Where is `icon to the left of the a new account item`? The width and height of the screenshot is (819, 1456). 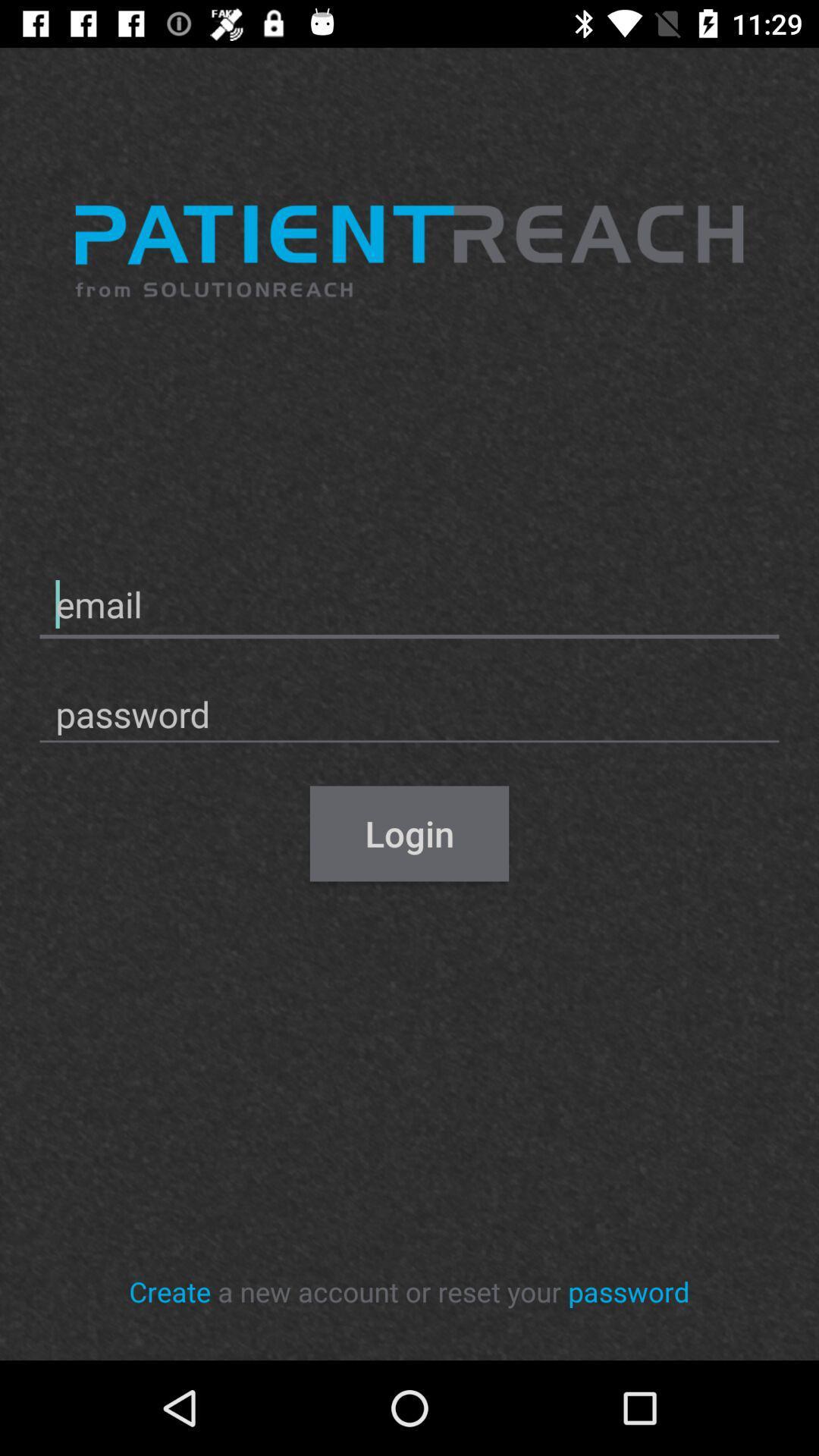 icon to the left of the a new account item is located at coordinates (170, 1291).